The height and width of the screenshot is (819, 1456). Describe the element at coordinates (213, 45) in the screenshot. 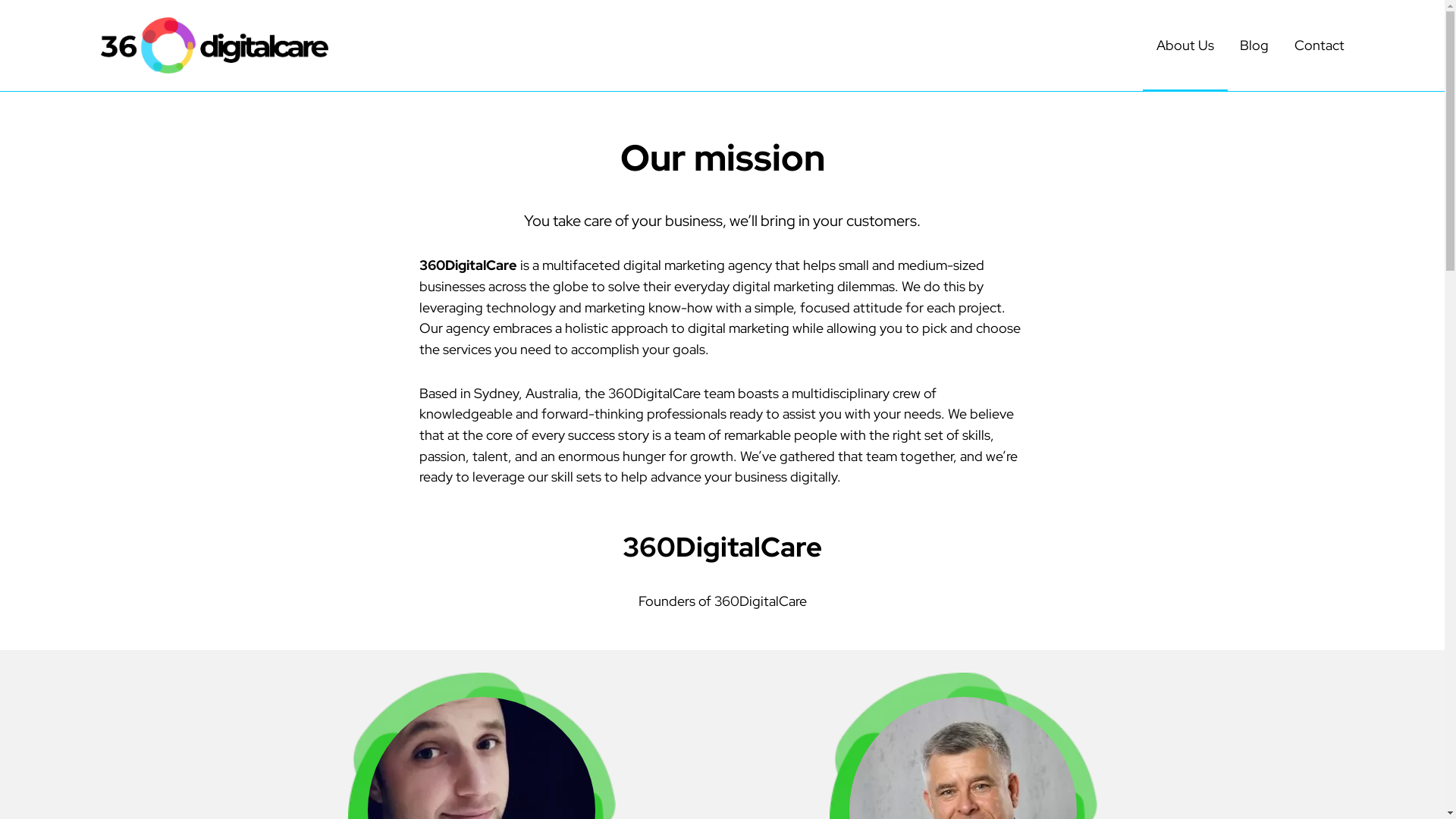

I see `'360 Digital Care'` at that location.